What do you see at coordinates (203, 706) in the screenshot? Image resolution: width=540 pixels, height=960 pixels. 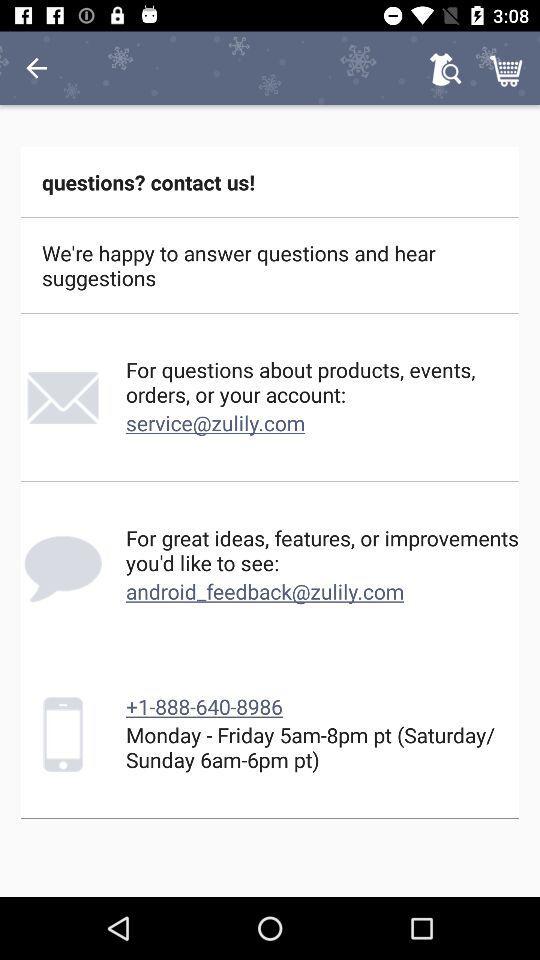 I see `the item above the monday friday 5am item` at bounding box center [203, 706].